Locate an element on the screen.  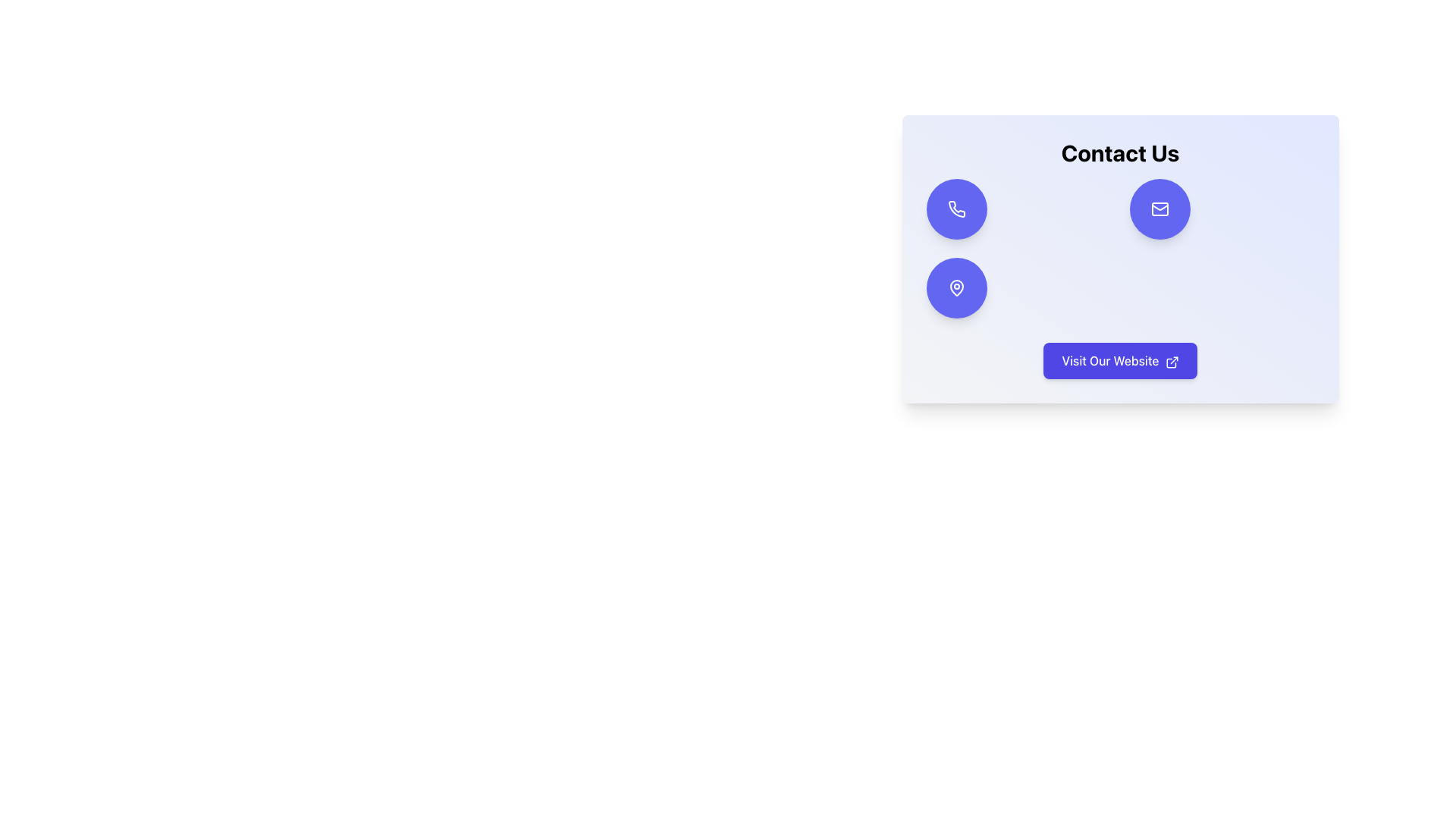
the circular button with an indigo background and a white map pin icon, located in the 'Contact Us' section, to trigger style changes is located at coordinates (955, 288).